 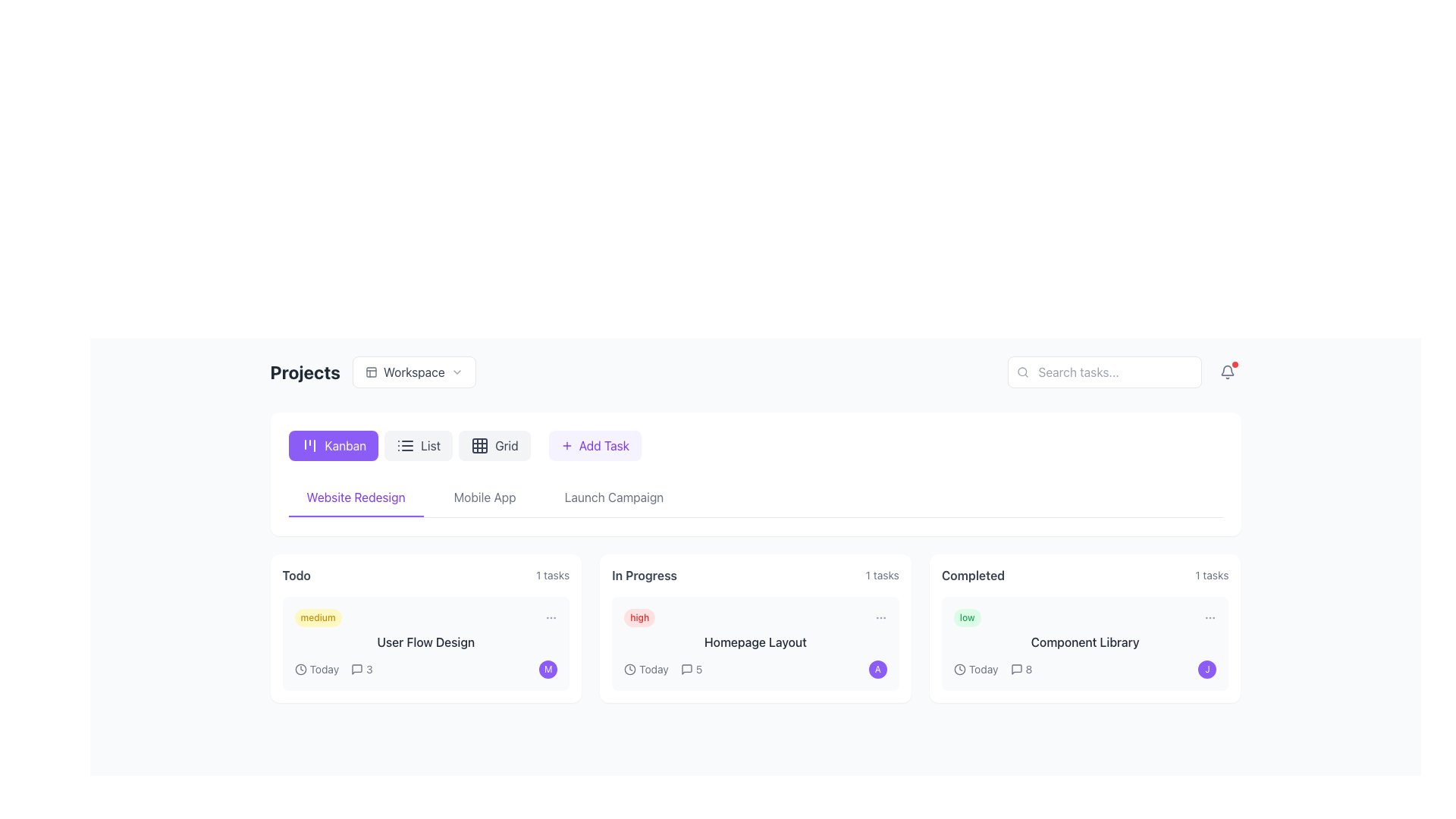 What do you see at coordinates (654, 669) in the screenshot?
I see `the static text indicating the due date of the task labeled 'Homepage Layout' in the 'In Progress' section, which is adjacent to a clock icon` at bounding box center [654, 669].